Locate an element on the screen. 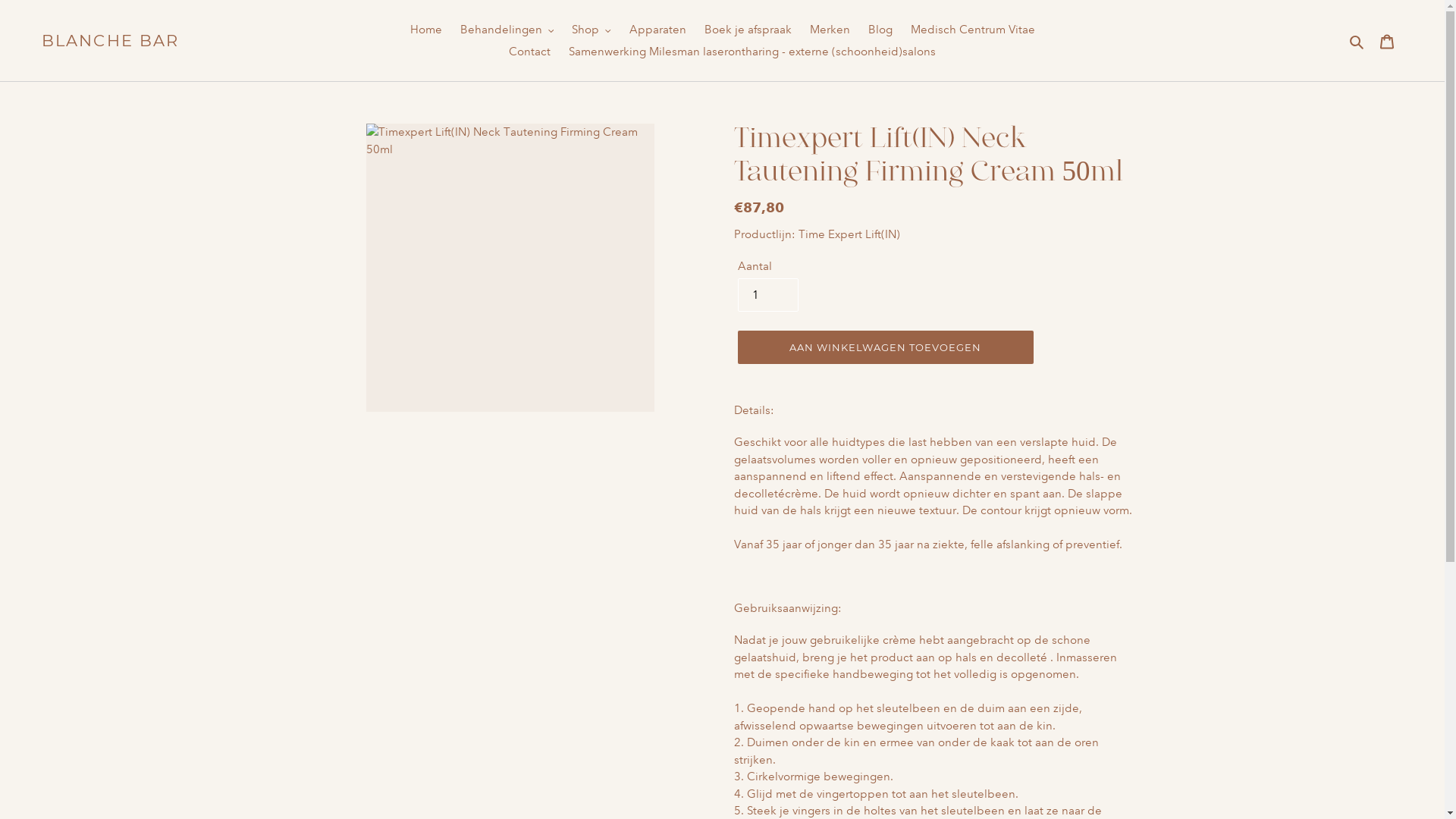  'Behandelingen' is located at coordinates (506, 30).